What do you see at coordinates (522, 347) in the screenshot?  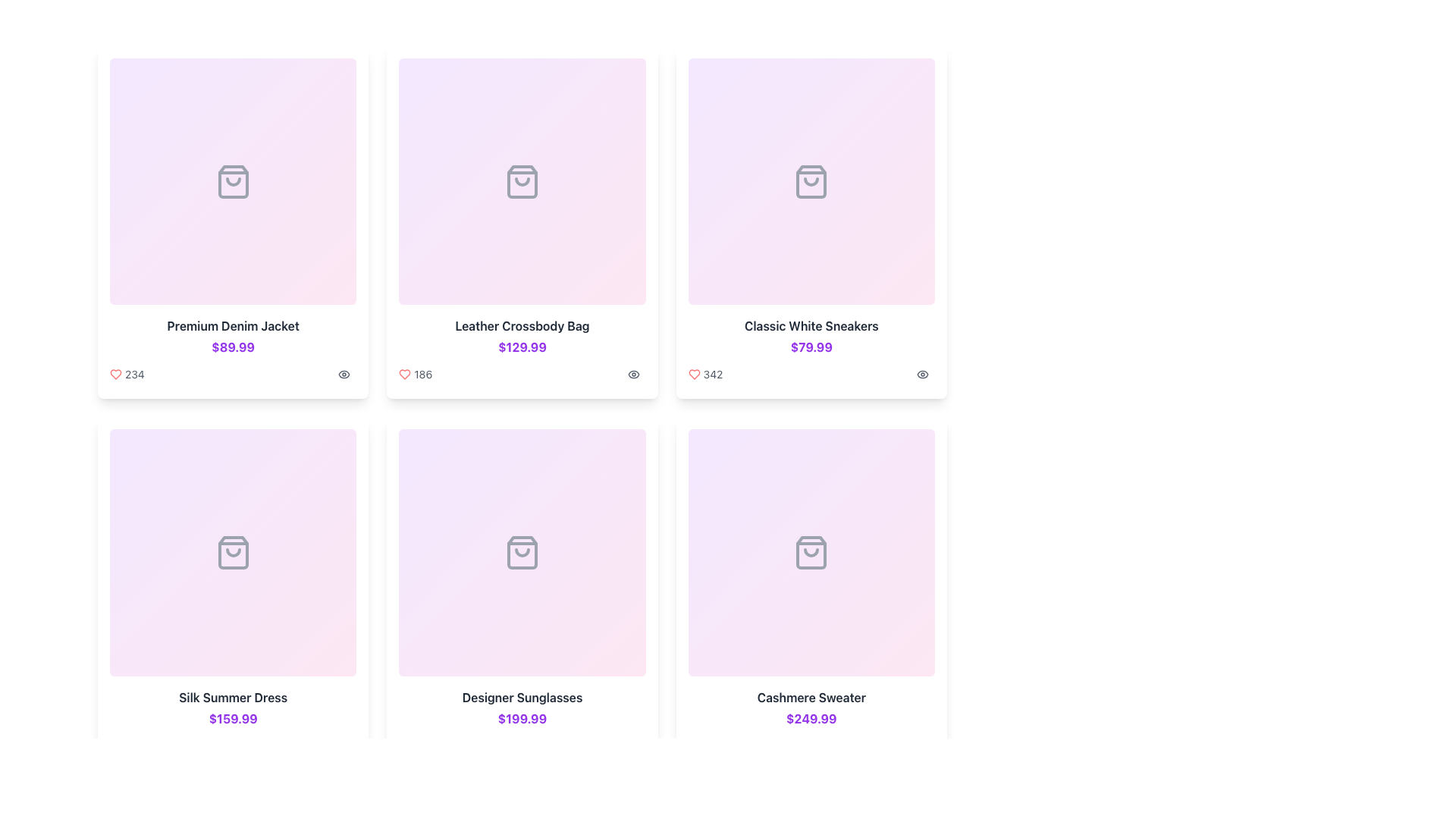 I see `the price label displaying '$129.99' in bold, purple text, located below the product title 'Leather Crossbody Bag'` at bounding box center [522, 347].